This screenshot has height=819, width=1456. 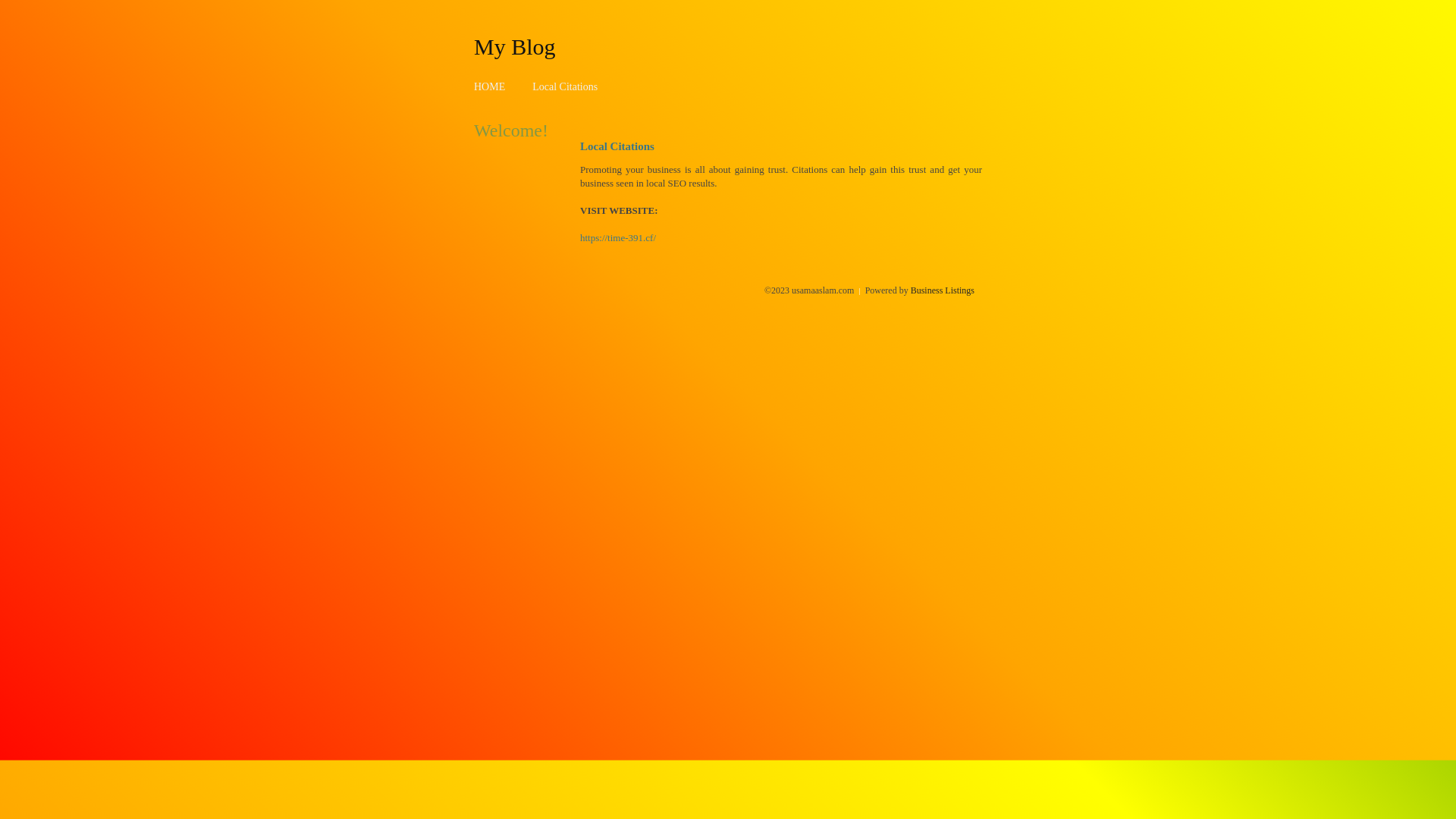 What do you see at coordinates (942, 290) in the screenshot?
I see `'Business Listings'` at bounding box center [942, 290].